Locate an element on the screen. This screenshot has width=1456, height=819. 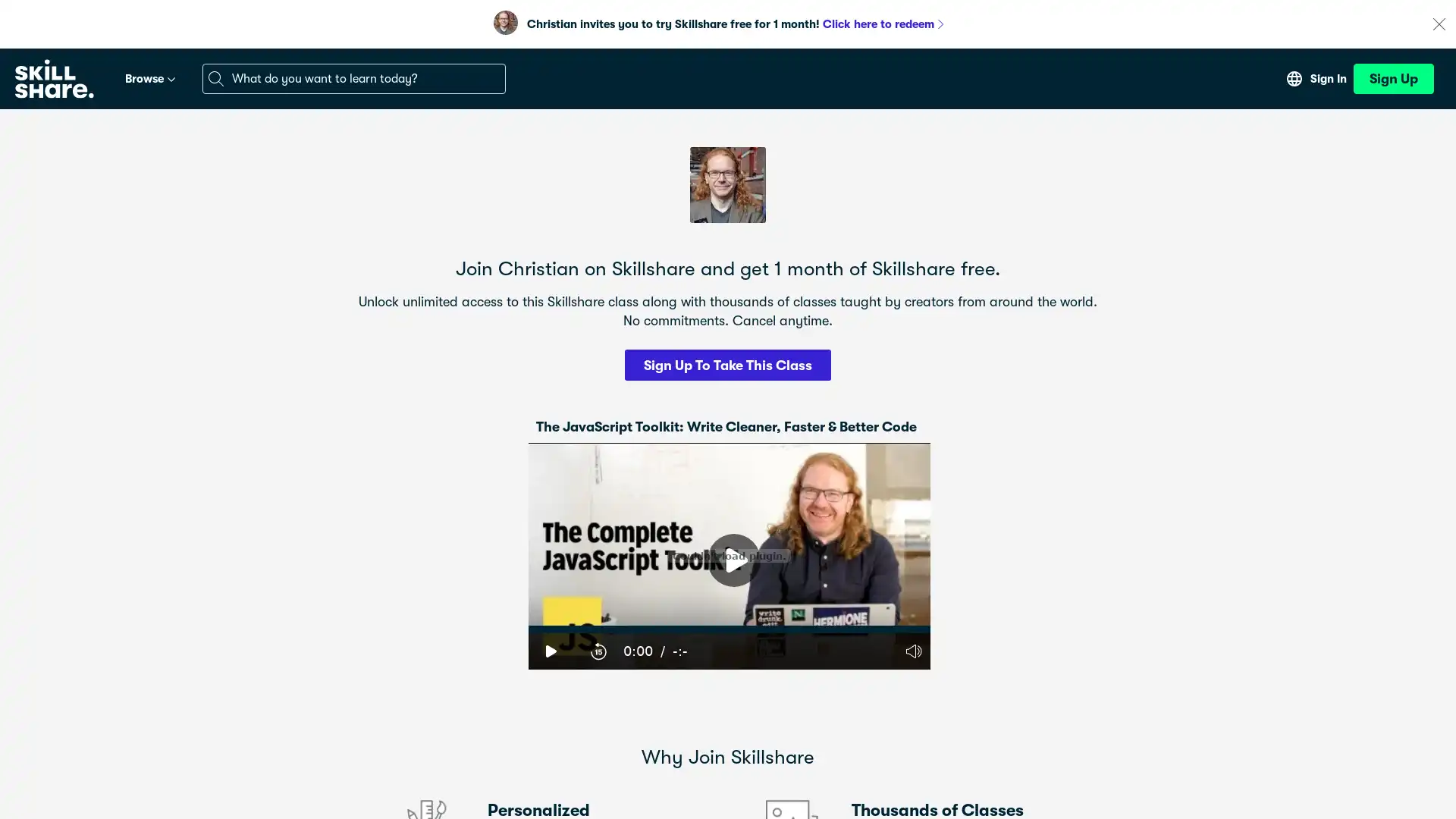
Play Video is located at coordinates (734, 560).